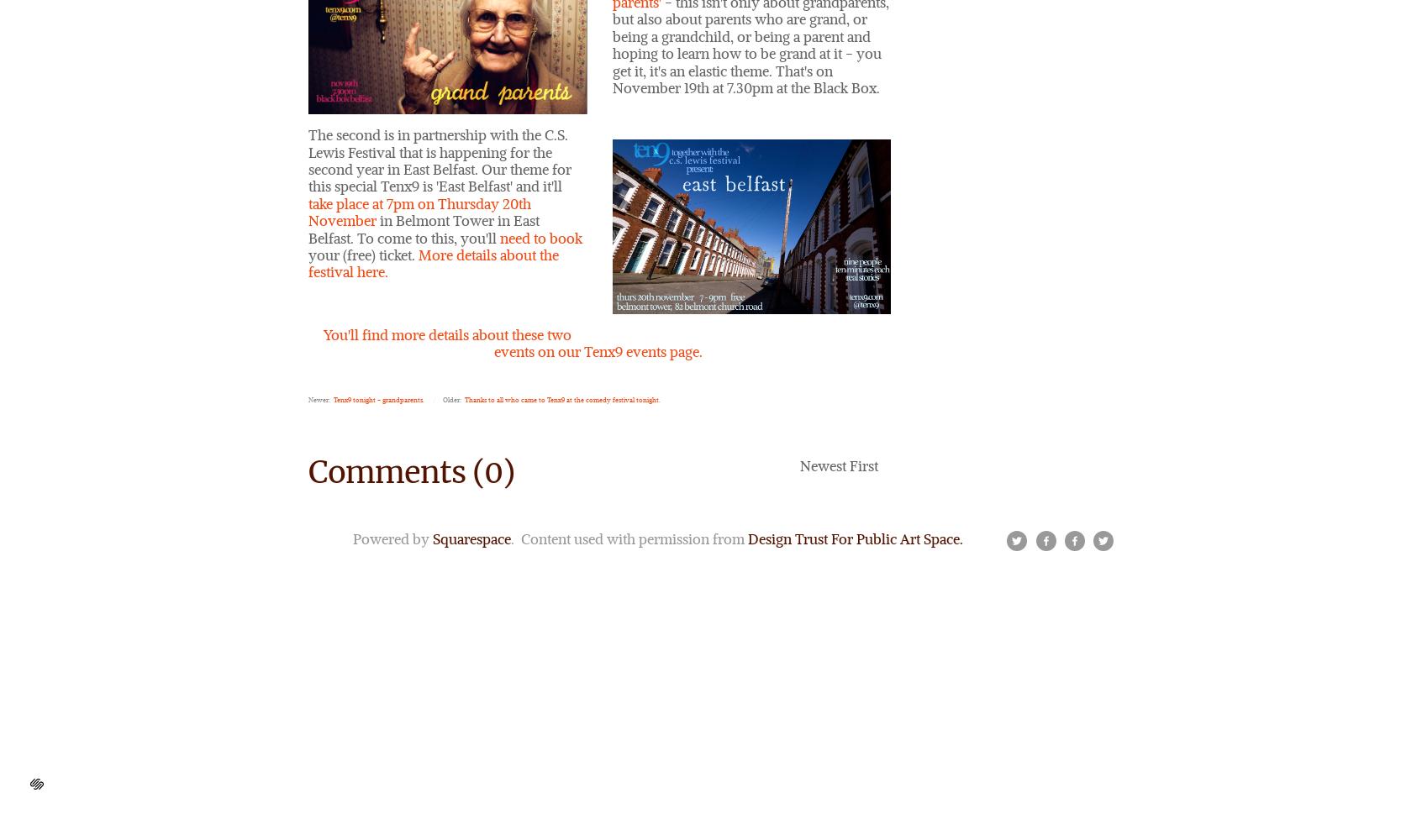 This screenshot has height=840, width=1422. What do you see at coordinates (392, 538) in the screenshot?
I see `'Powered by'` at bounding box center [392, 538].